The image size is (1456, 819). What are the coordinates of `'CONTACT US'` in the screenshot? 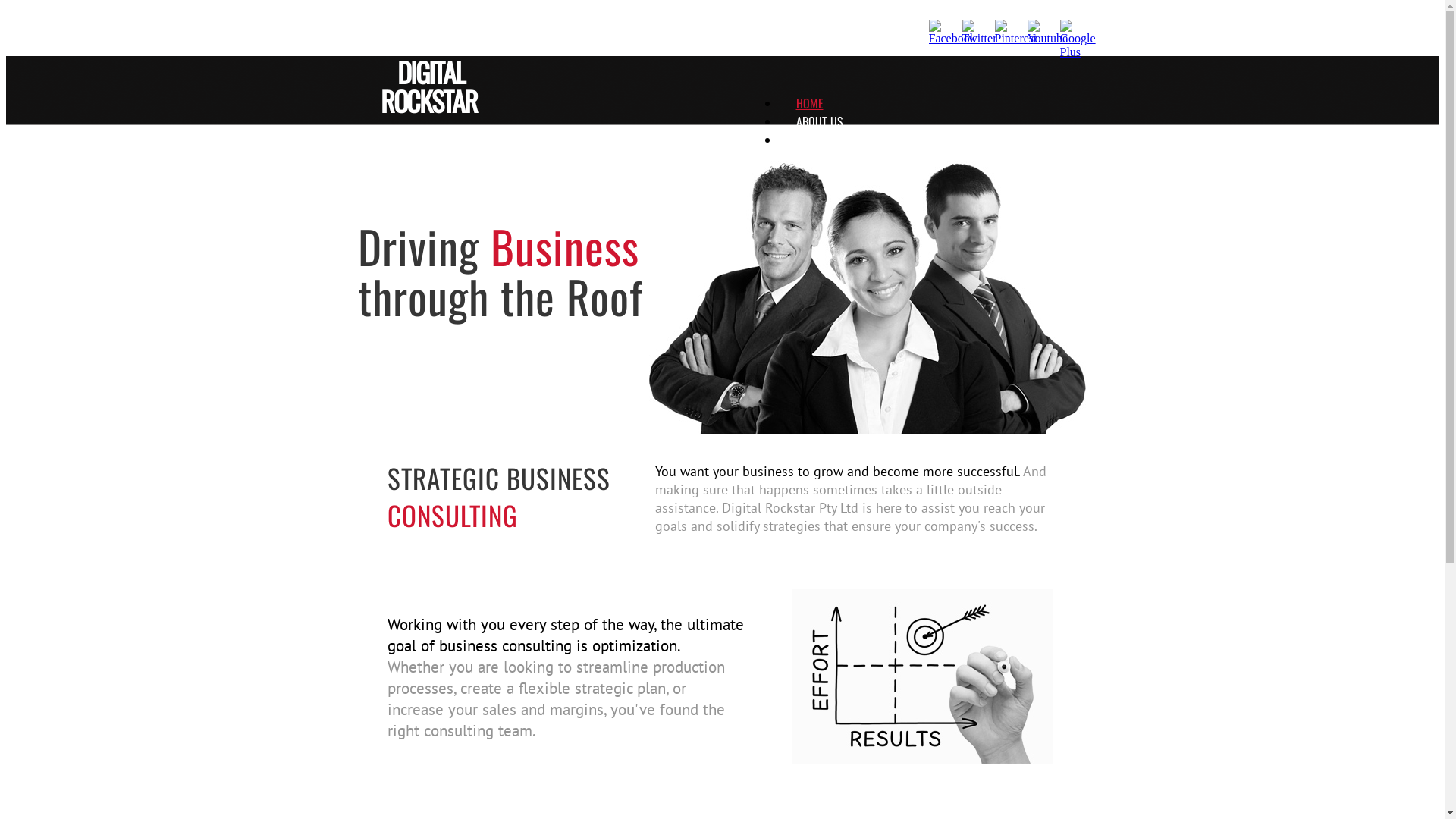 It's located at (795, 158).